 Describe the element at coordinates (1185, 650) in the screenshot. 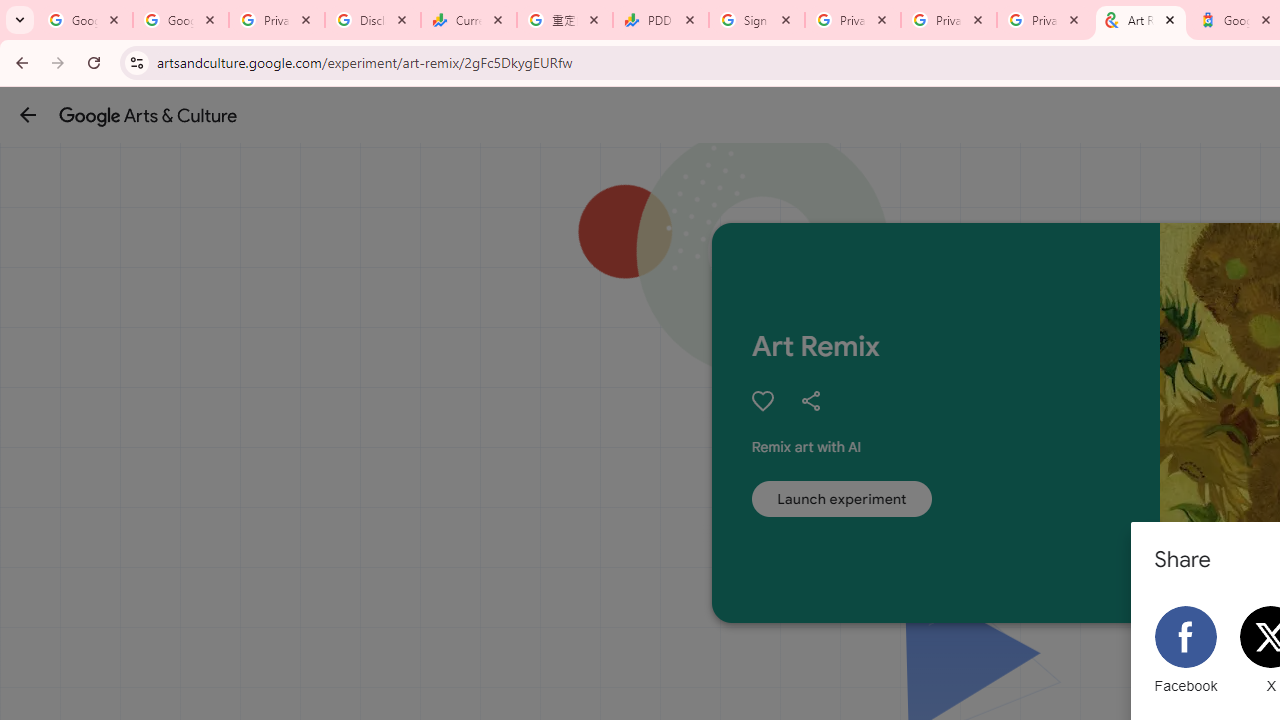

I see `'Share on Facebook'` at that location.